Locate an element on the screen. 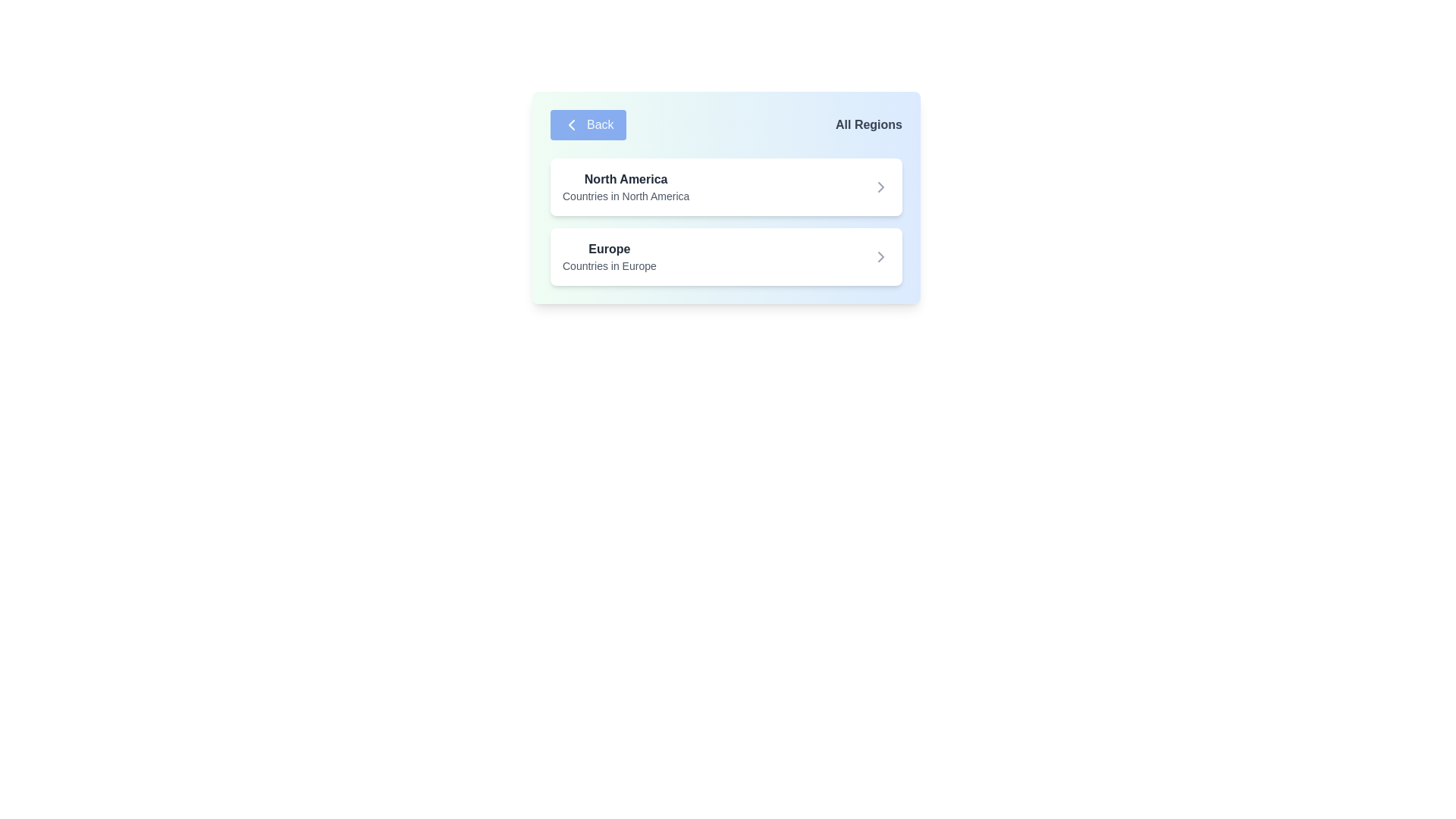  the text label 'Countries in North America', which is styled in gray and positioned below the 'North America' title in a list item card is located at coordinates (626, 195).